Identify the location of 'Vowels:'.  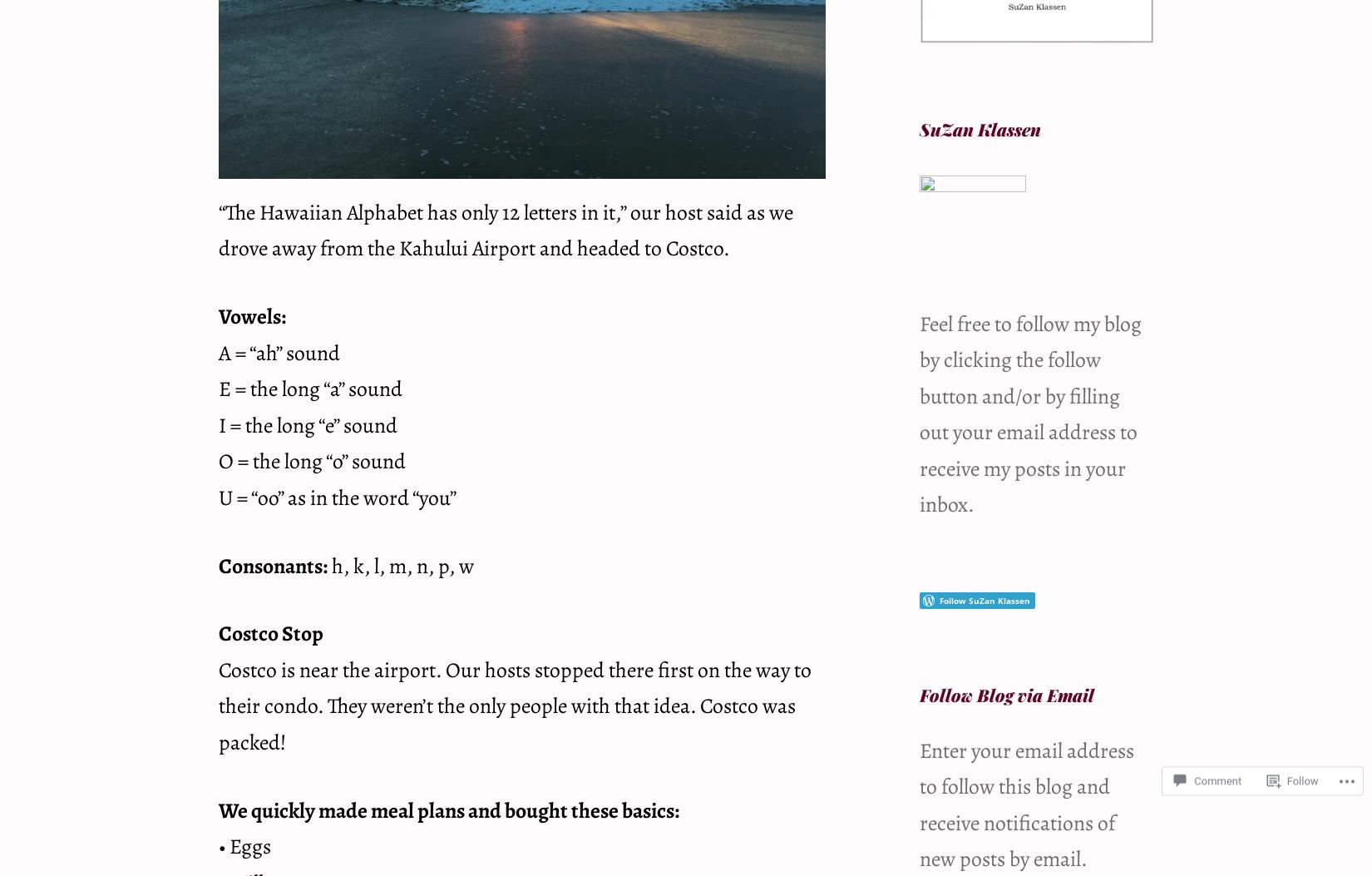
(252, 315).